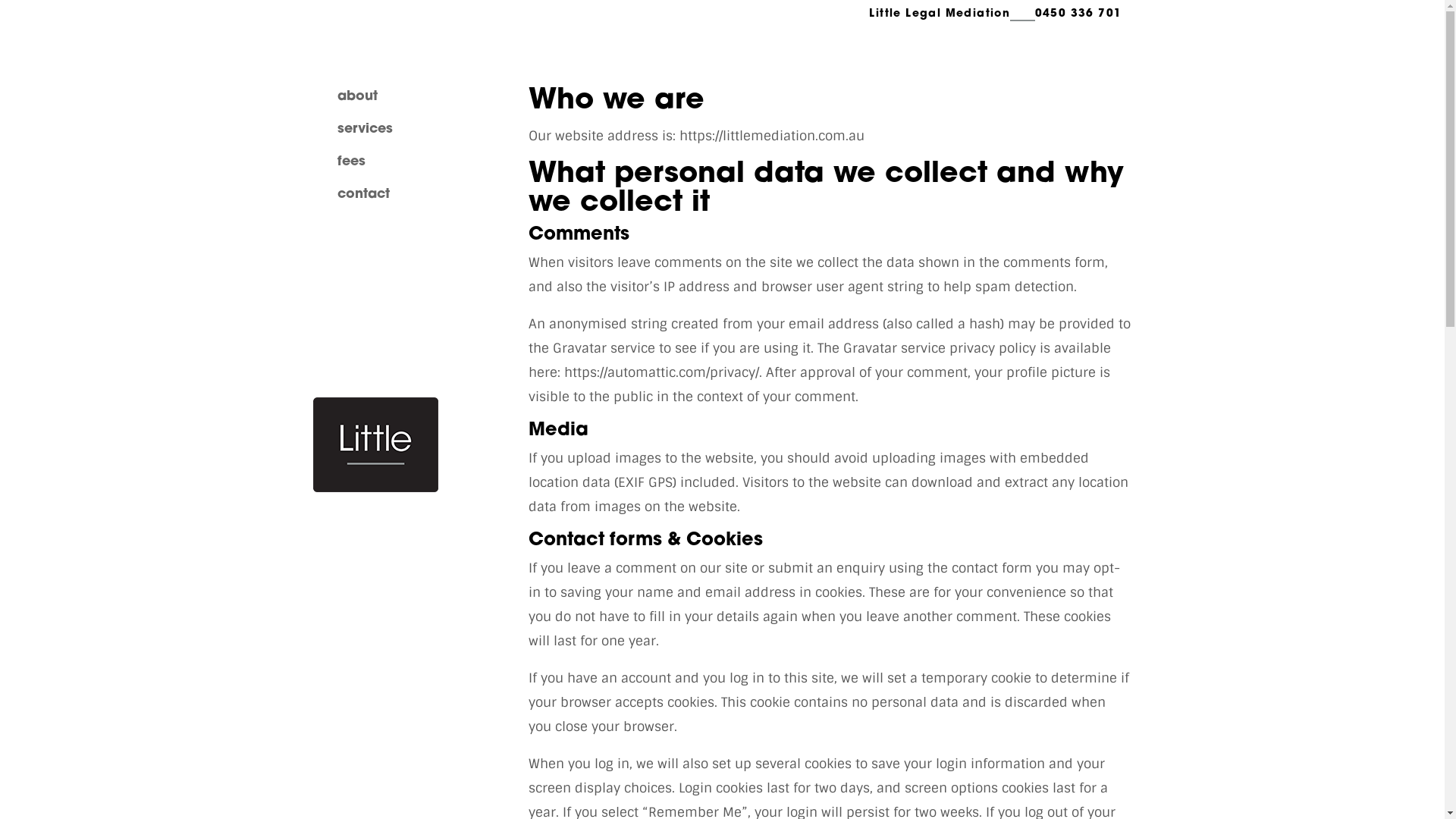 The image size is (1456, 819). Describe the element at coordinates (336, 193) in the screenshot. I see `'contact'` at that location.